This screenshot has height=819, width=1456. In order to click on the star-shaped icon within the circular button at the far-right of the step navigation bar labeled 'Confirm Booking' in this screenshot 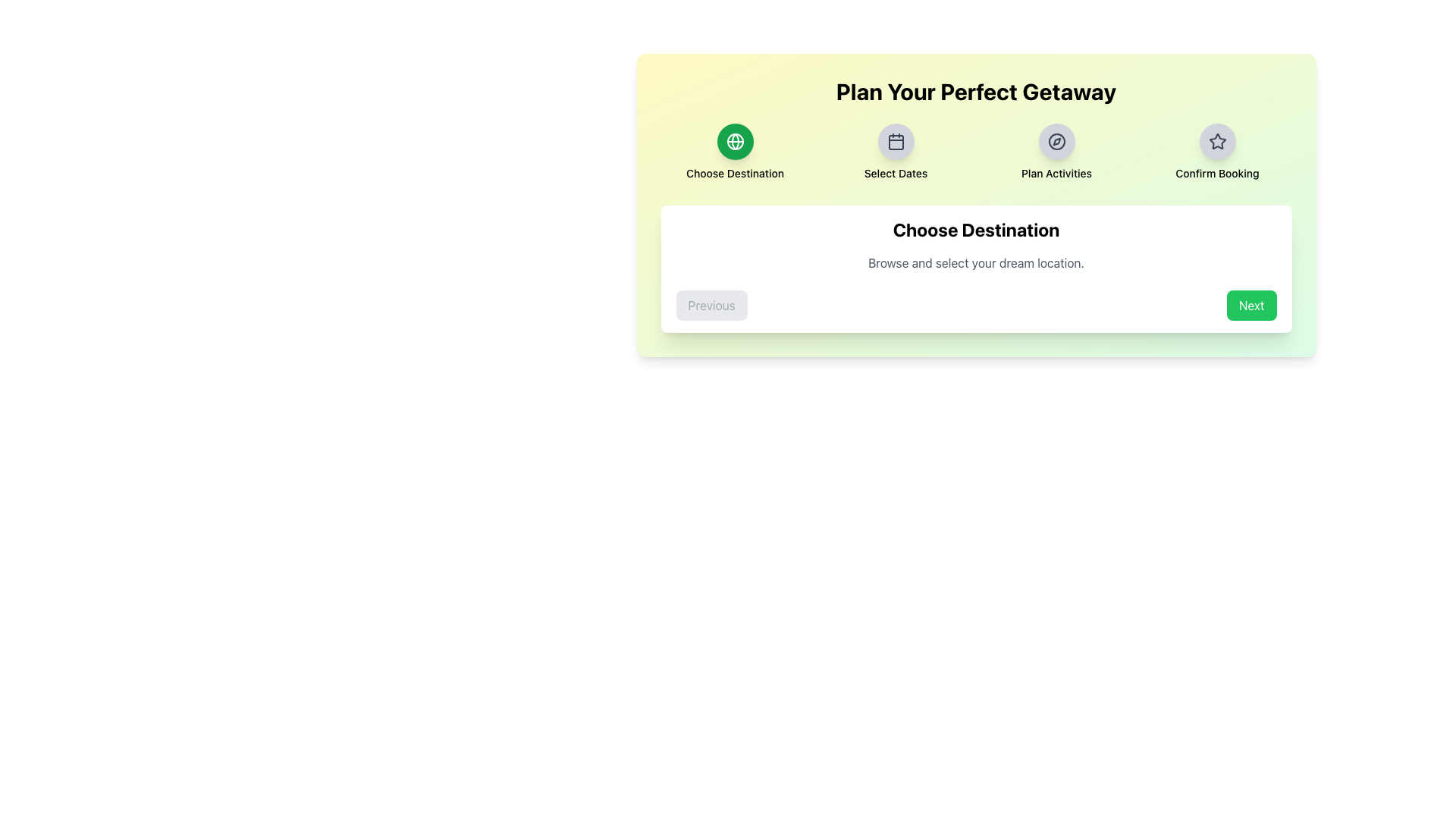, I will do `click(1217, 141)`.